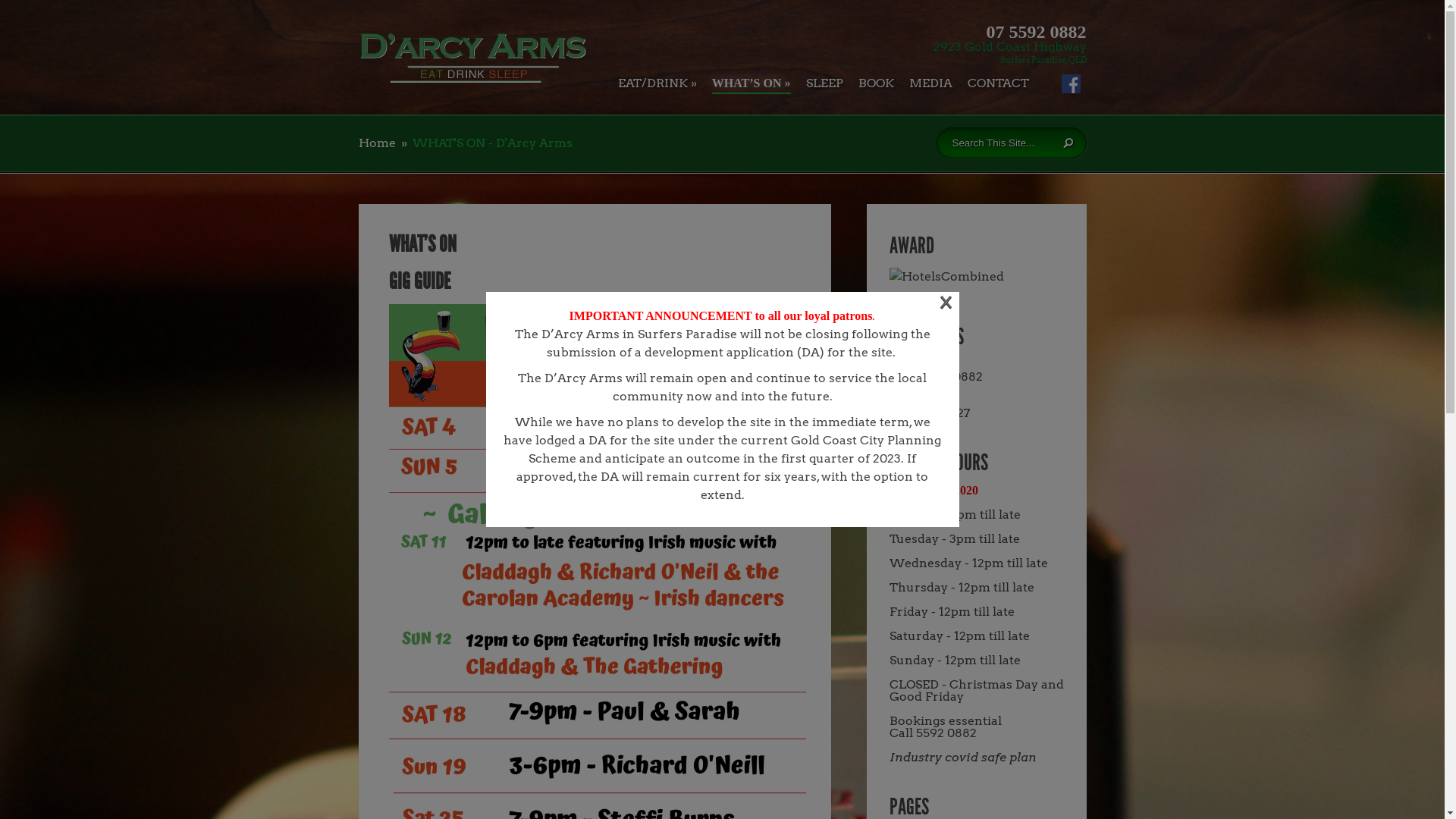 Image resolution: width=1456 pixels, height=819 pixels. Describe the element at coordinates (931, 45) in the screenshot. I see `'2923 Gold Coast Highway'` at that location.